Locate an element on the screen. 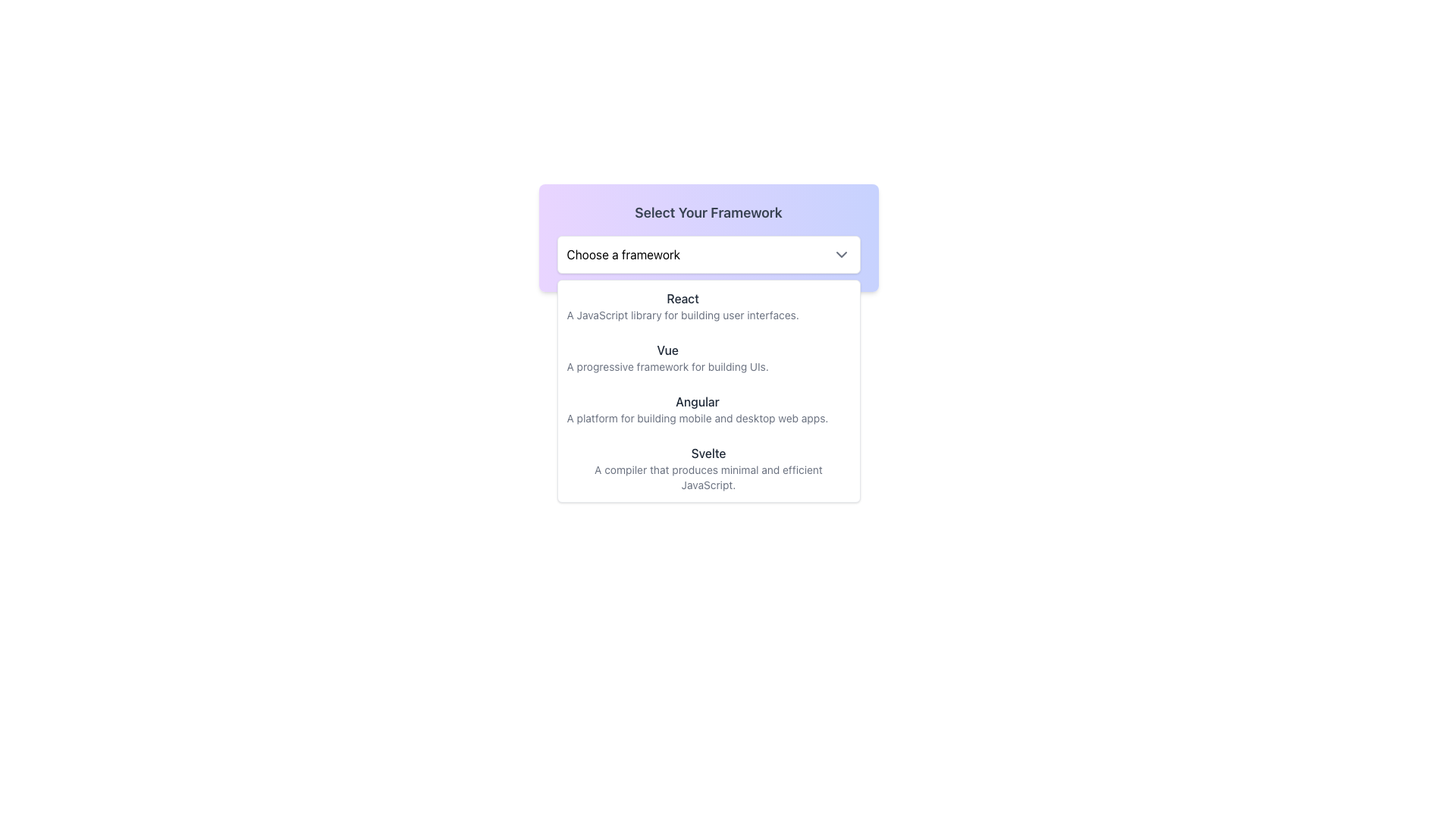 The height and width of the screenshot is (819, 1456). the dropdown menu in the titled section is located at coordinates (708, 237).